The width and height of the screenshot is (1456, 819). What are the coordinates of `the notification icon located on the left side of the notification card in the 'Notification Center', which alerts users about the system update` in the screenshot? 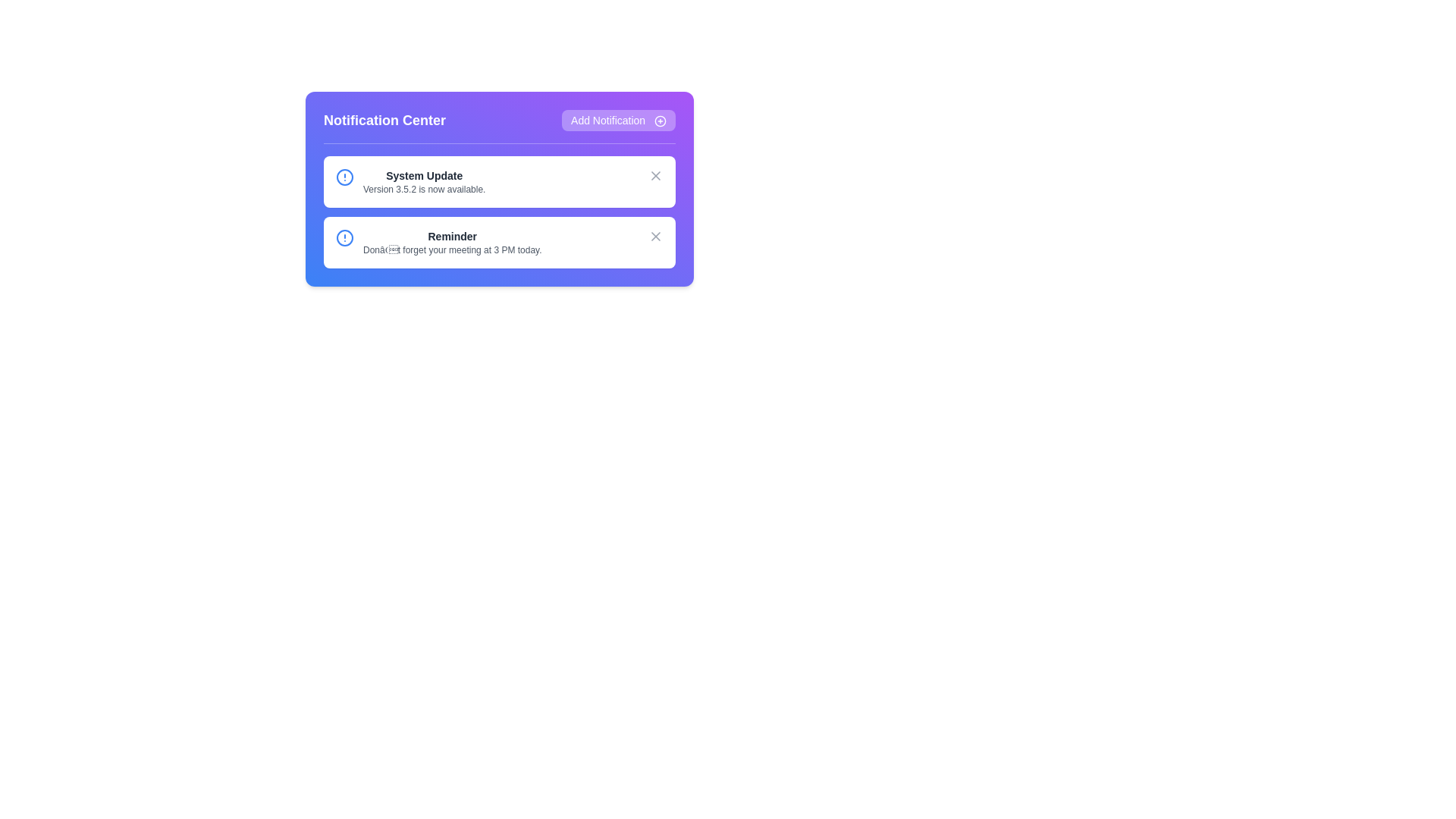 It's located at (344, 177).